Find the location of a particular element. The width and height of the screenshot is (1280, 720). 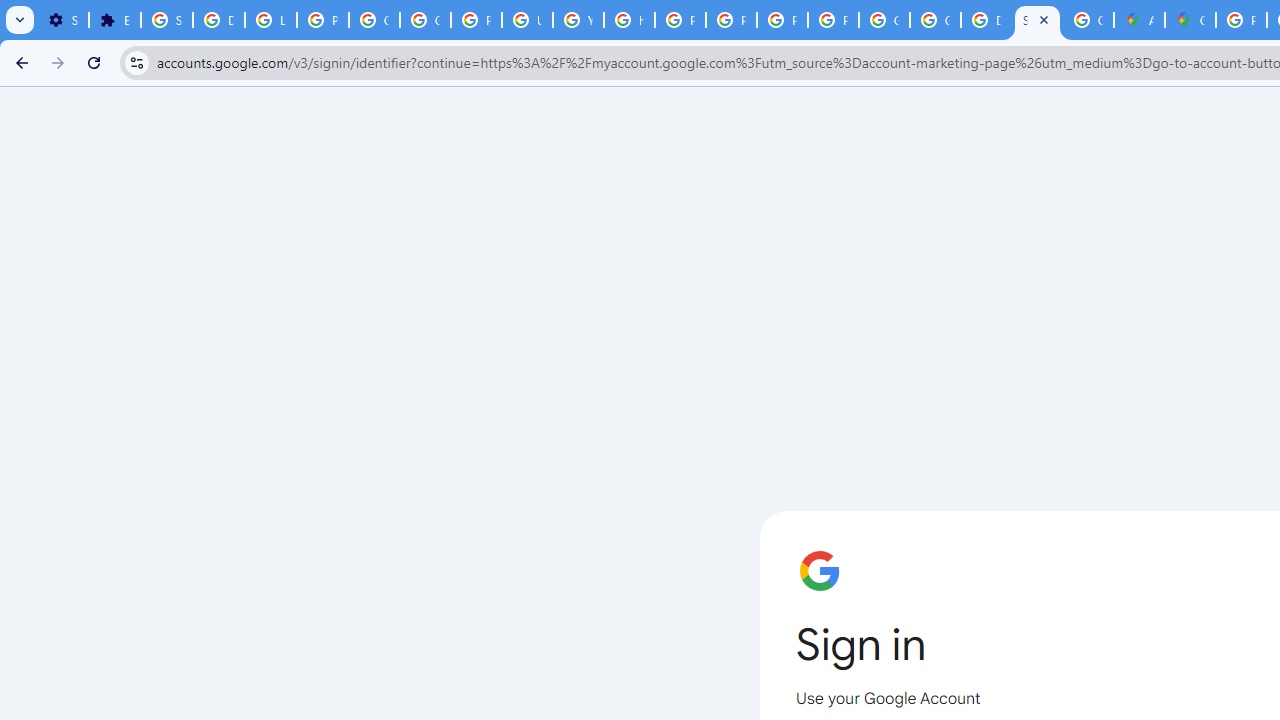

'Learn how to find your photos - Google Photos Help' is located at coordinates (269, 20).